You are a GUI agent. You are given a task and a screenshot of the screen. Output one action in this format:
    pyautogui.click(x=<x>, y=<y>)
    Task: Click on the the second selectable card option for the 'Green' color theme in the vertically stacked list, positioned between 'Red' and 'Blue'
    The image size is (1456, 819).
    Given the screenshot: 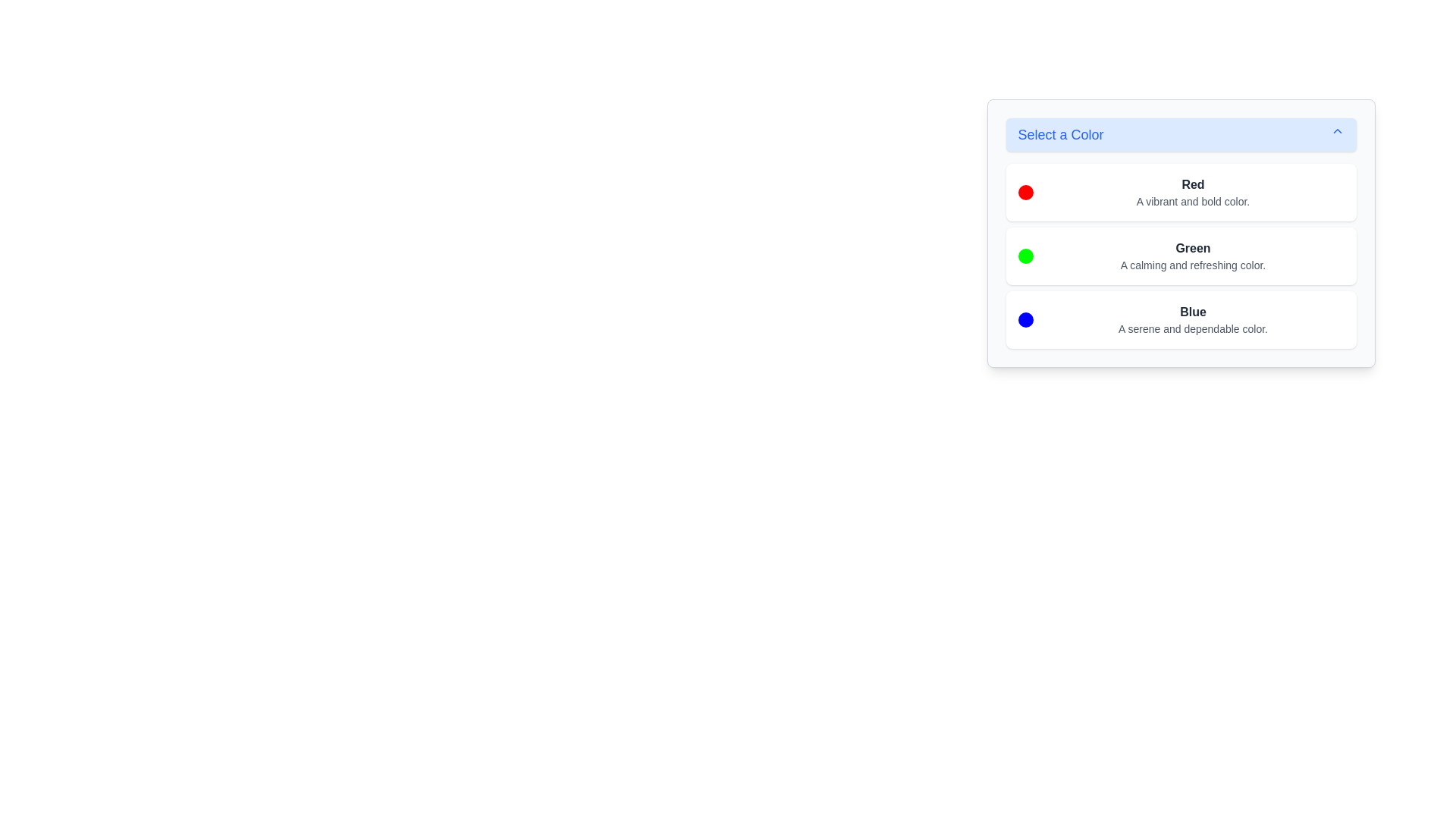 What is the action you would take?
    pyautogui.click(x=1180, y=256)
    